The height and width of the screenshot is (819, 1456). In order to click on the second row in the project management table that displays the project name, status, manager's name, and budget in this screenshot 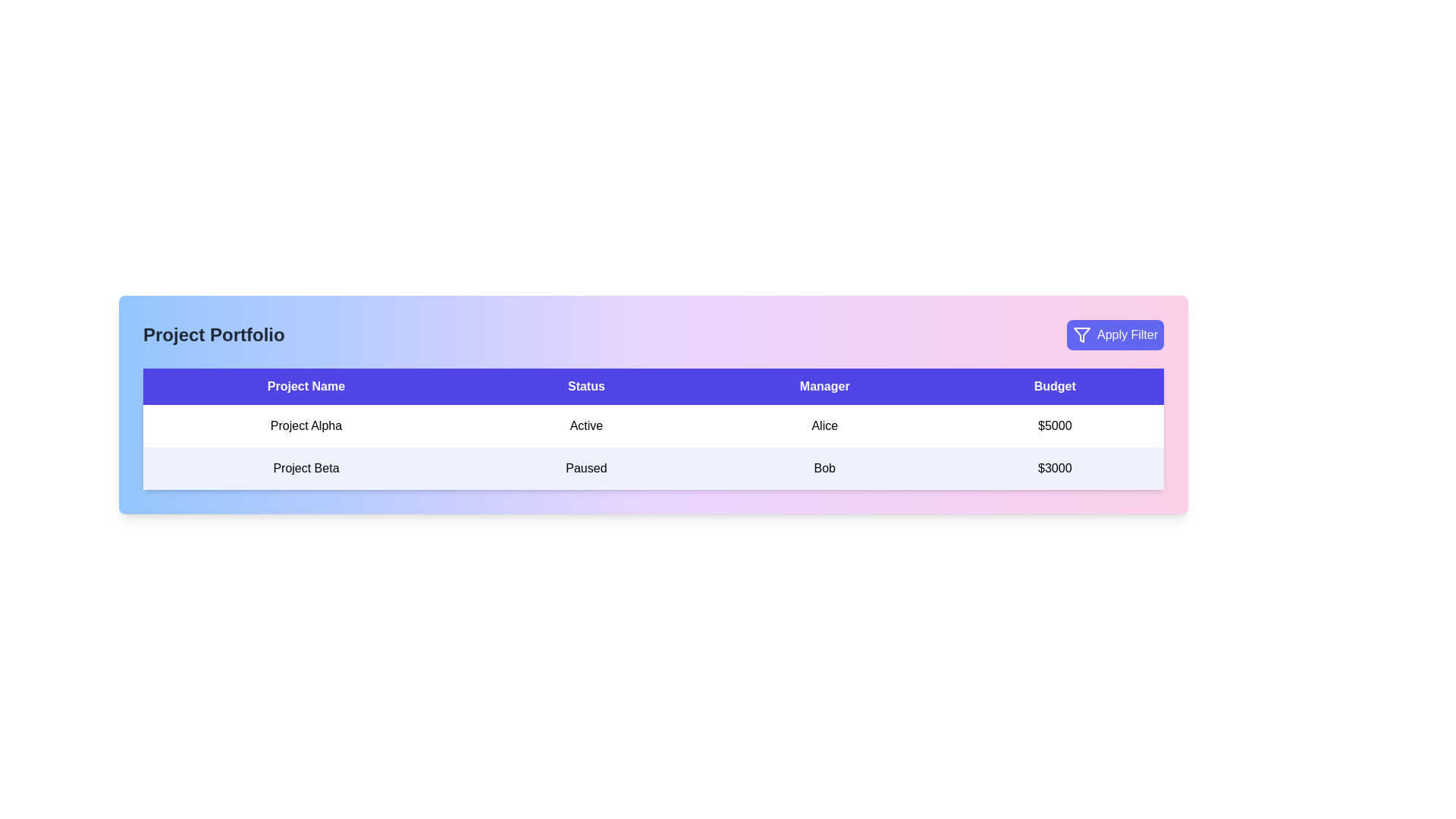, I will do `click(654, 467)`.